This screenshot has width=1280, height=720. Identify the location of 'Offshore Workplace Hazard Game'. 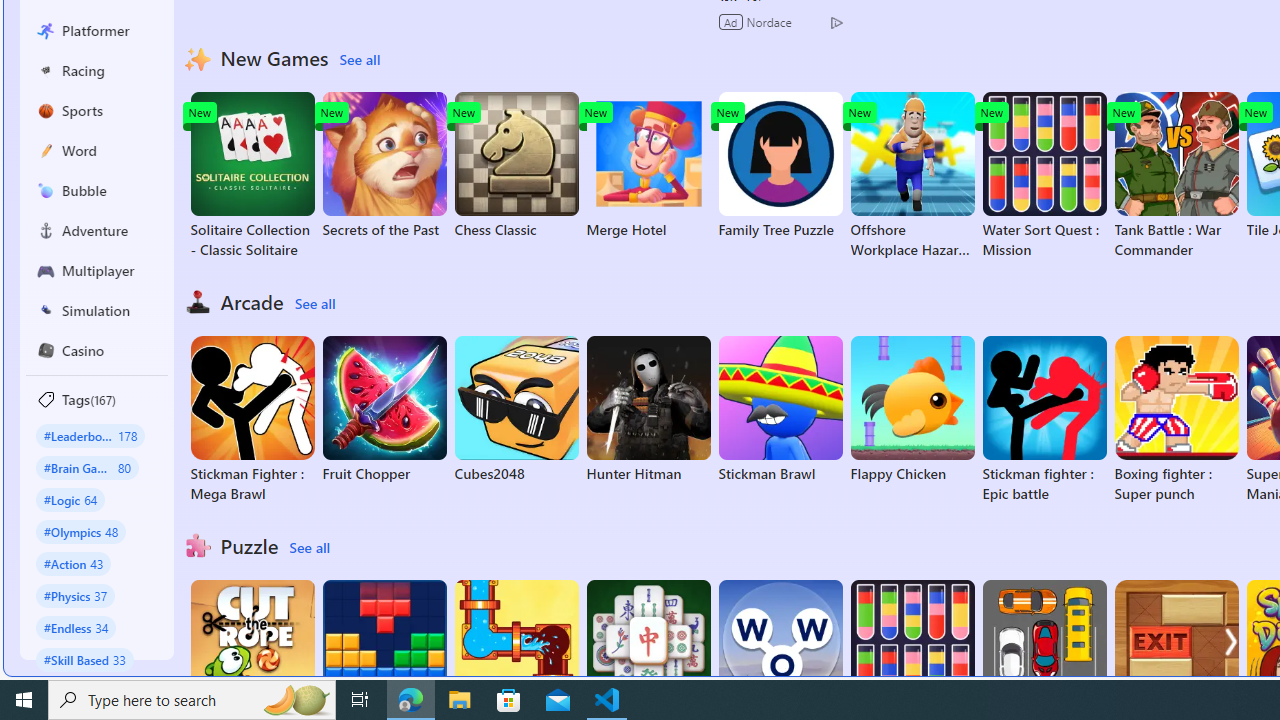
(911, 175).